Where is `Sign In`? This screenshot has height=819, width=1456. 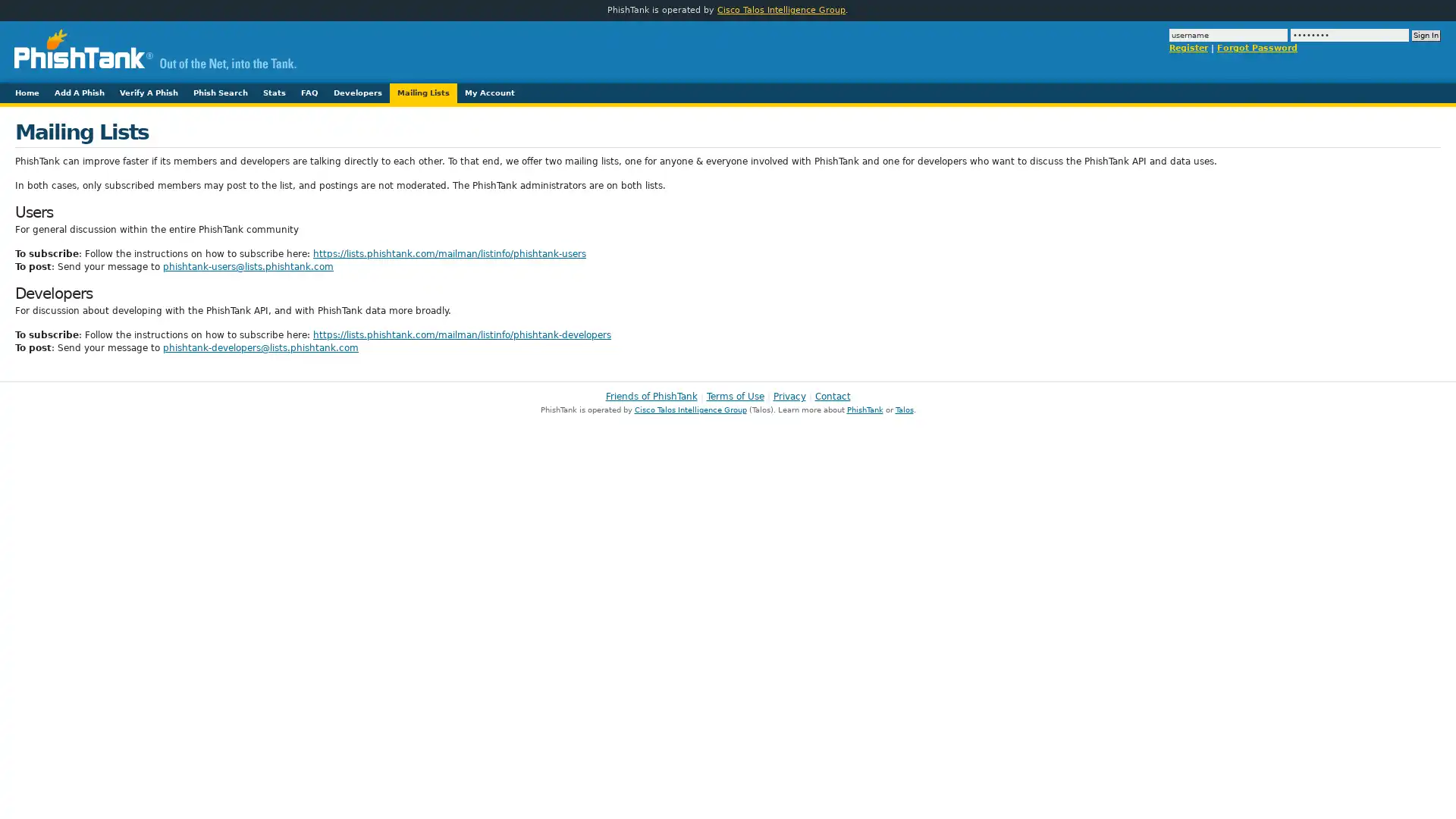
Sign In is located at coordinates (1426, 35).